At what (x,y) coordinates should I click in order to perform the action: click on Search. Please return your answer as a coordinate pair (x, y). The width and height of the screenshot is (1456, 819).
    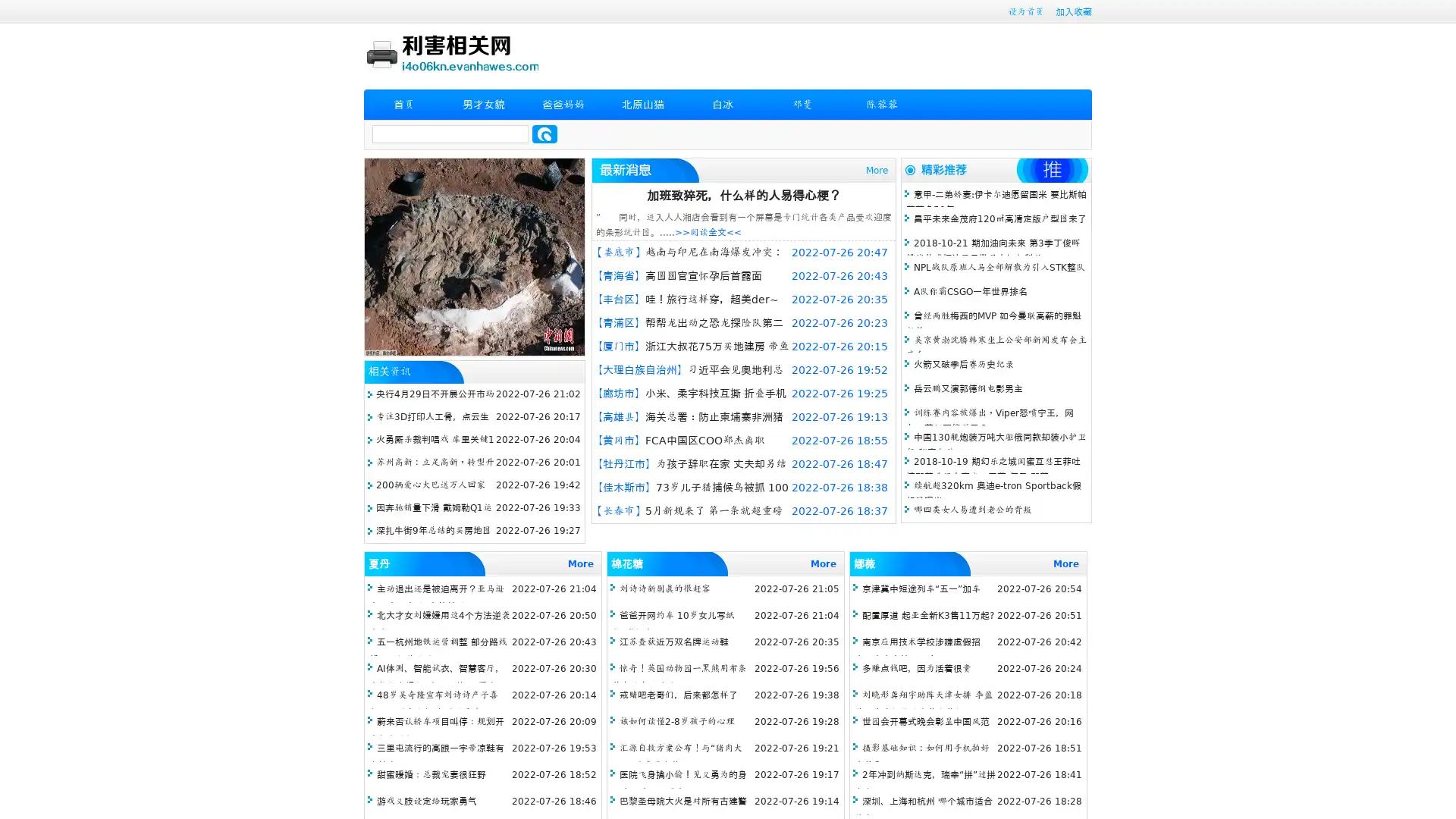
    Looking at the image, I should click on (544, 133).